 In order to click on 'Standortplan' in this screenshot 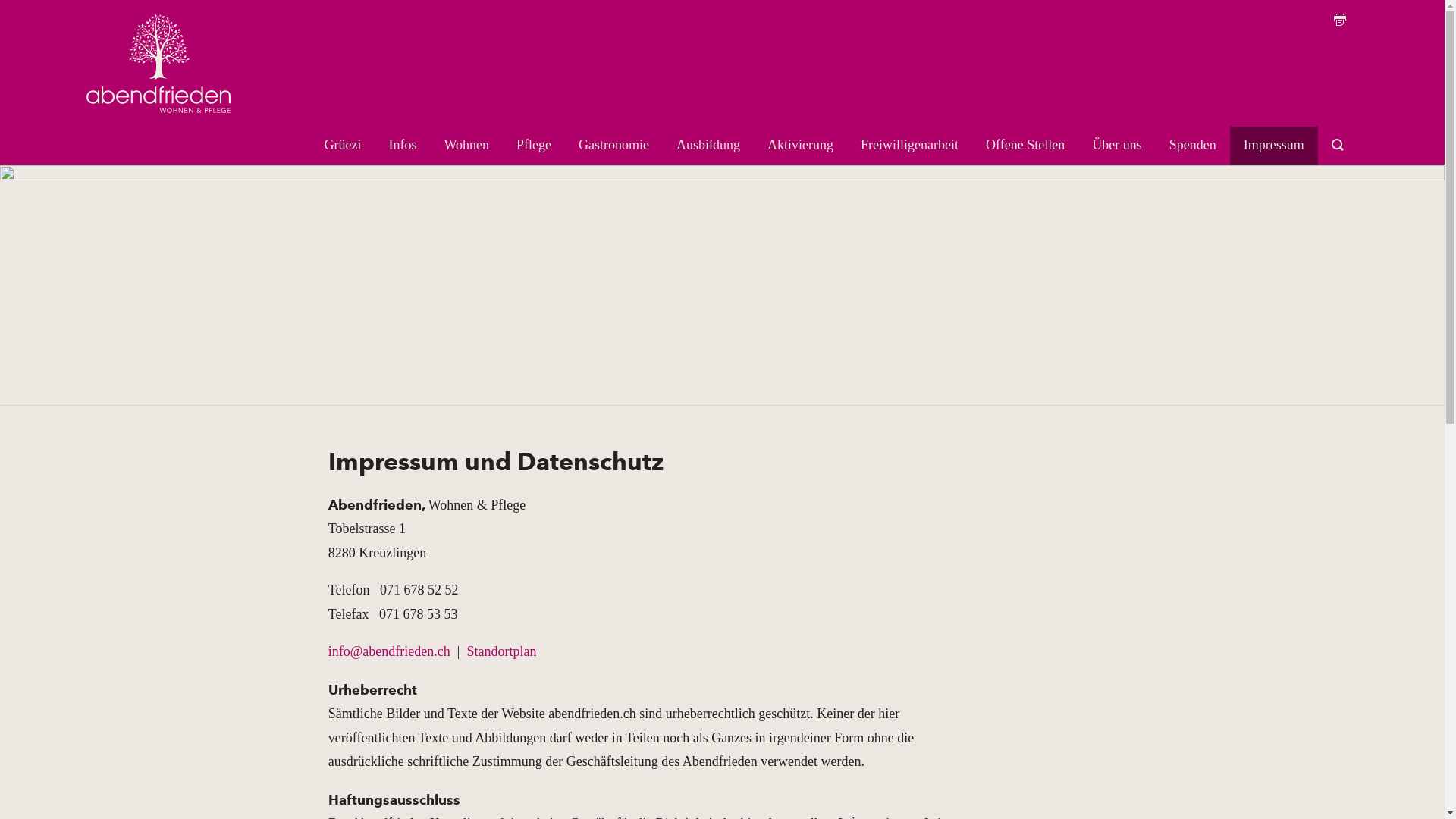, I will do `click(501, 651)`.